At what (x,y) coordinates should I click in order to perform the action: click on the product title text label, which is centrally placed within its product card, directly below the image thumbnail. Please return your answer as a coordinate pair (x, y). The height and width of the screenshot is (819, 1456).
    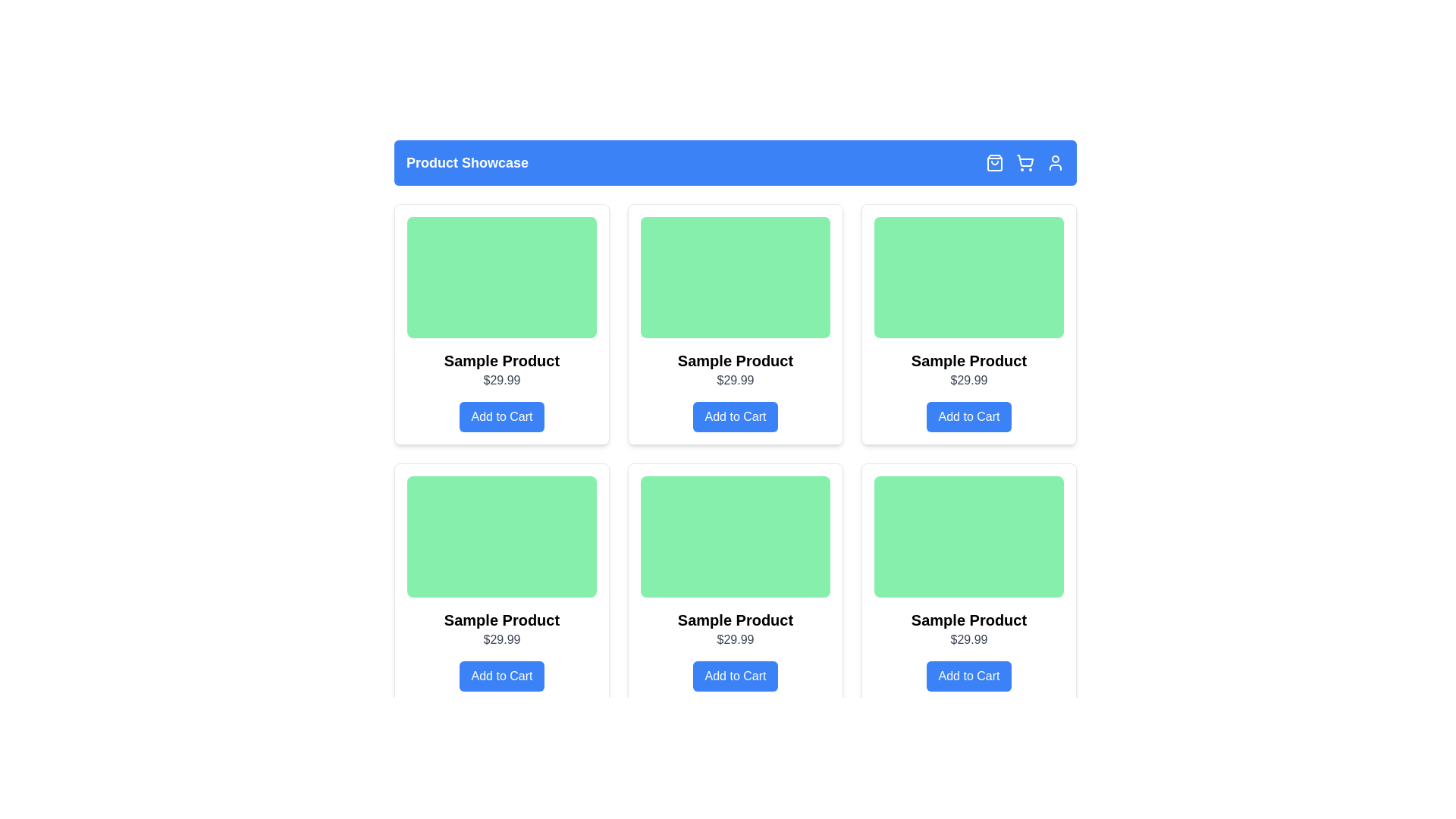
    Looking at the image, I should click on (735, 360).